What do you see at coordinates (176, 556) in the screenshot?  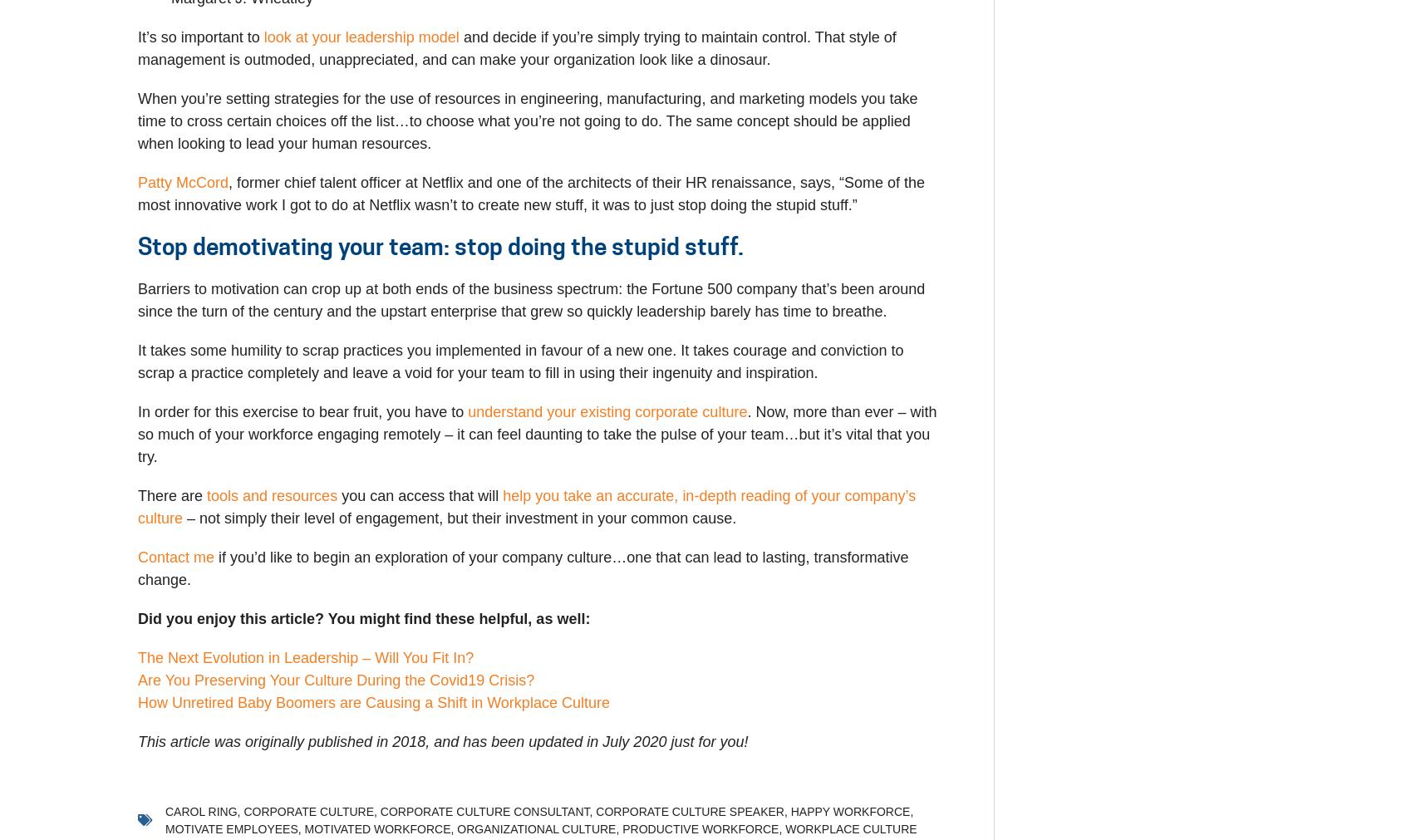 I see `'Contact me'` at bounding box center [176, 556].